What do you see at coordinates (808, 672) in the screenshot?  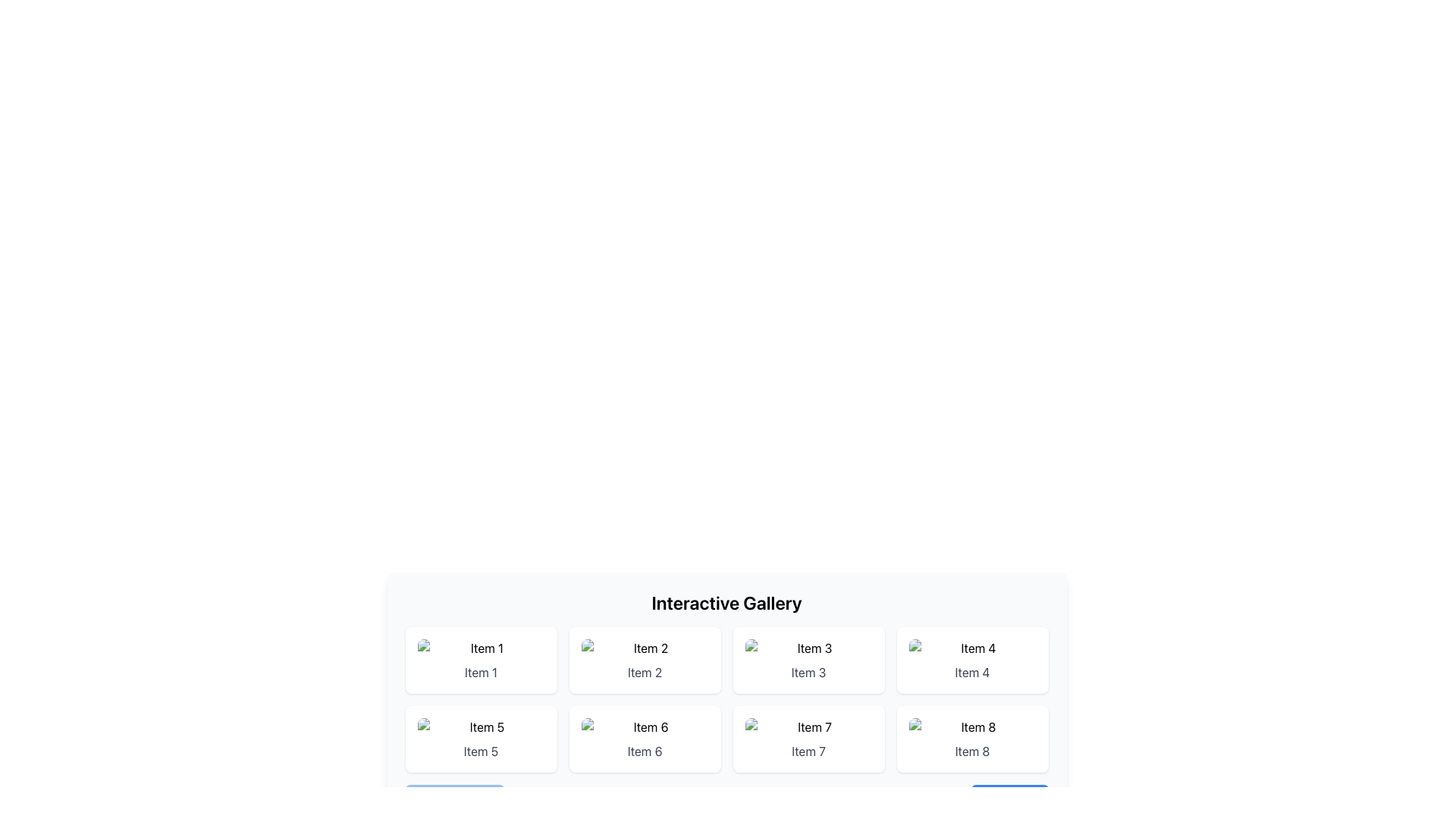 I see `the Text Label located in the top row, third column of the grid layout, which provides descriptive text for the associated image labeled 'Item 3'` at bounding box center [808, 672].